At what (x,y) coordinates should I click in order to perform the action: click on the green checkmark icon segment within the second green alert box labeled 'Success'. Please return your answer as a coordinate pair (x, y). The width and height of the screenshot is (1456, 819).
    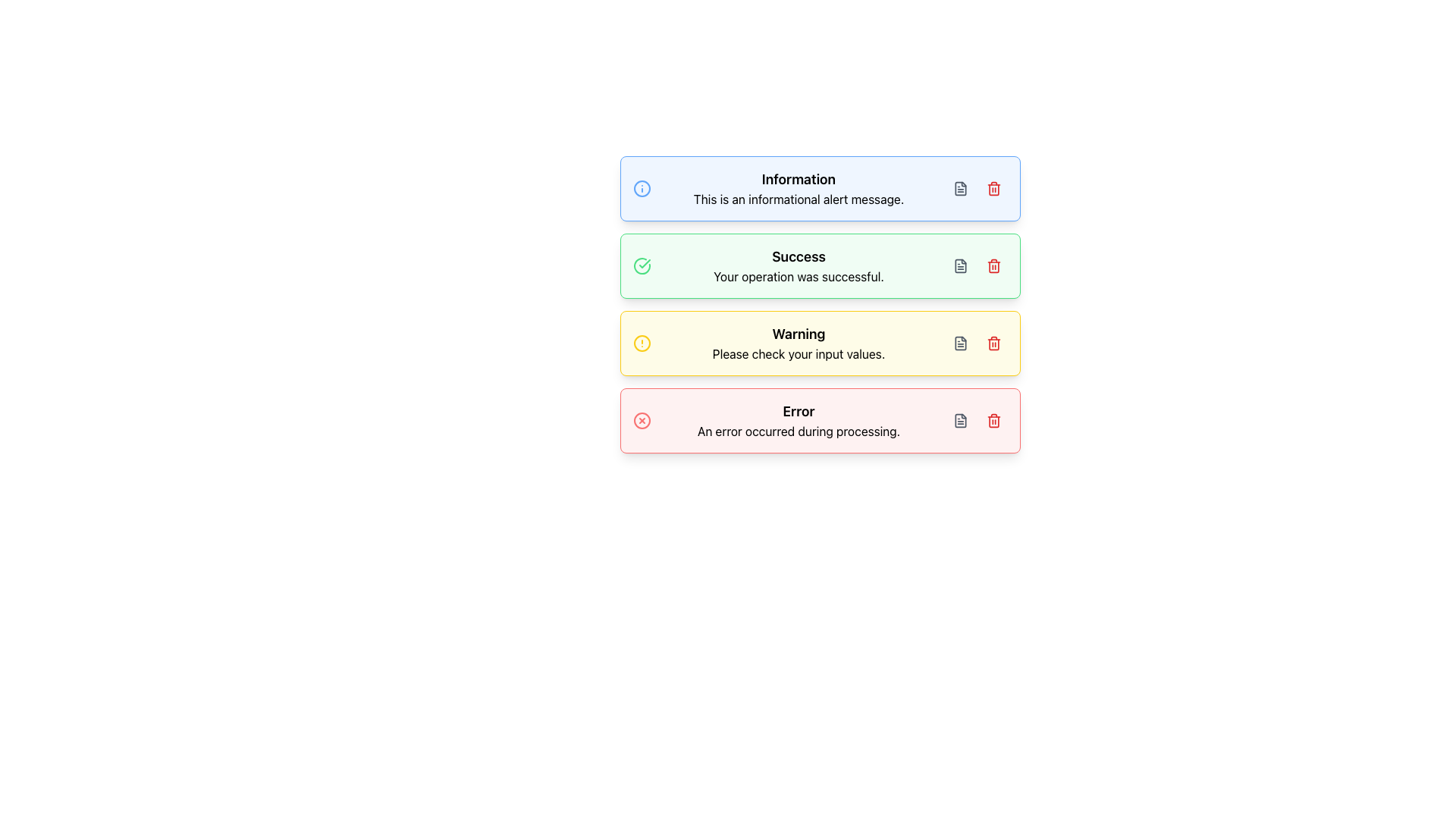
    Looking at the image, I should click on (642, 265).